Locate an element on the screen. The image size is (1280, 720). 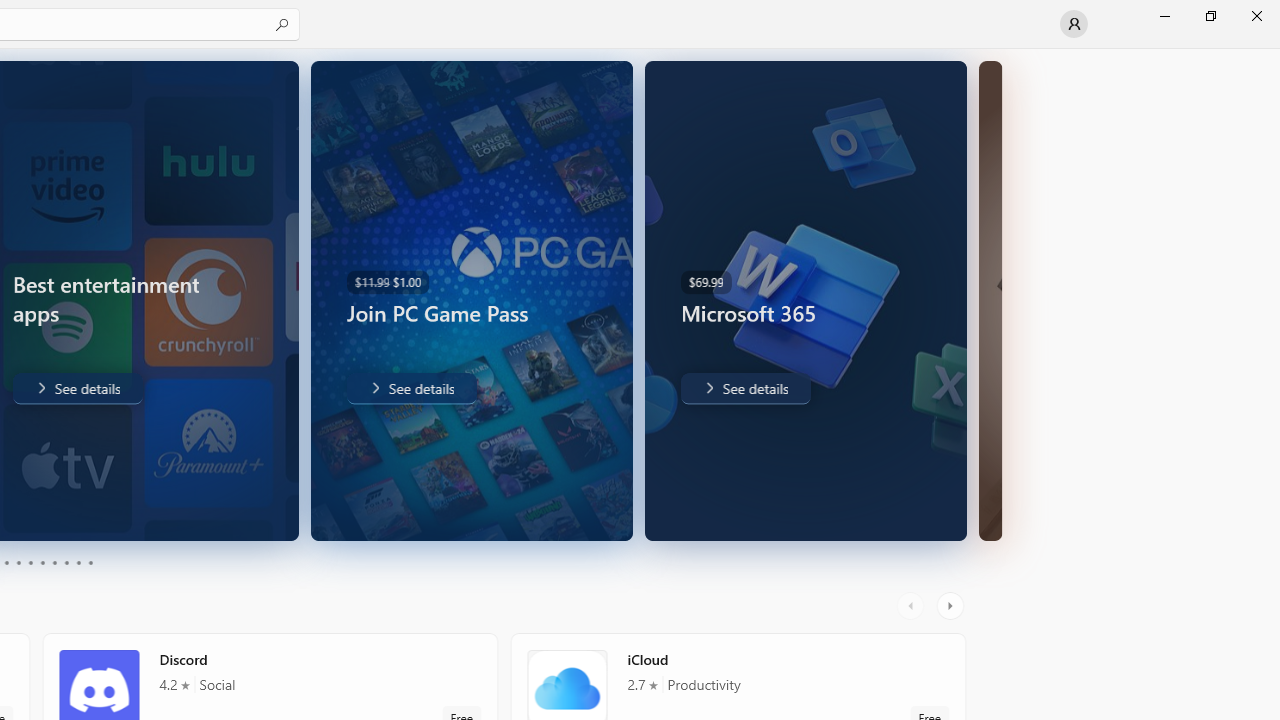
'Page 7' is located at coordinates (54, 563).